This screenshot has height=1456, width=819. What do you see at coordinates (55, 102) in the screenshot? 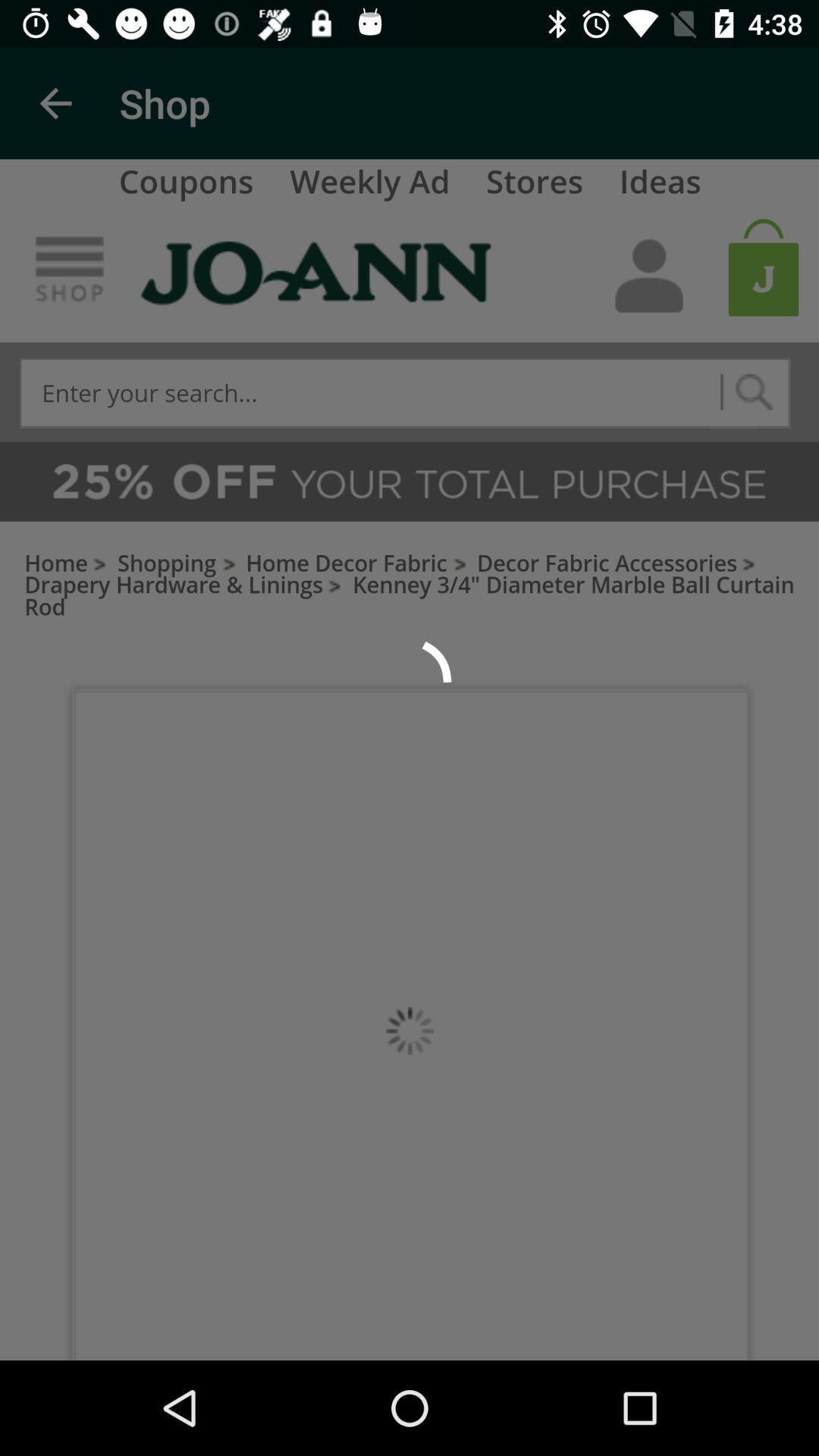
I see `go back` at bounding box center [55, 102].